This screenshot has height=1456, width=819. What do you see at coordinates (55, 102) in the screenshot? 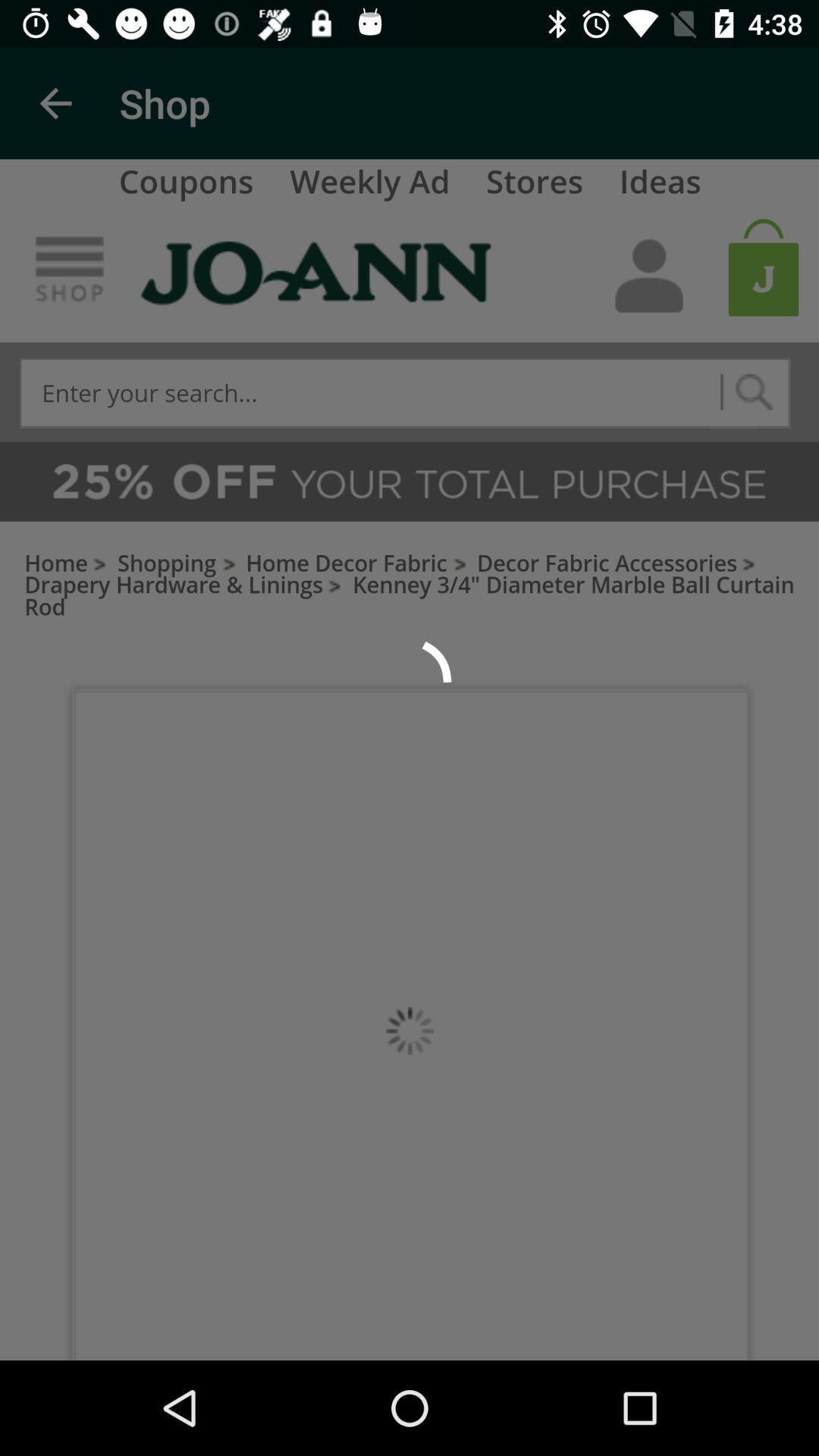
I see `go back` at bounding box center [55, 102].